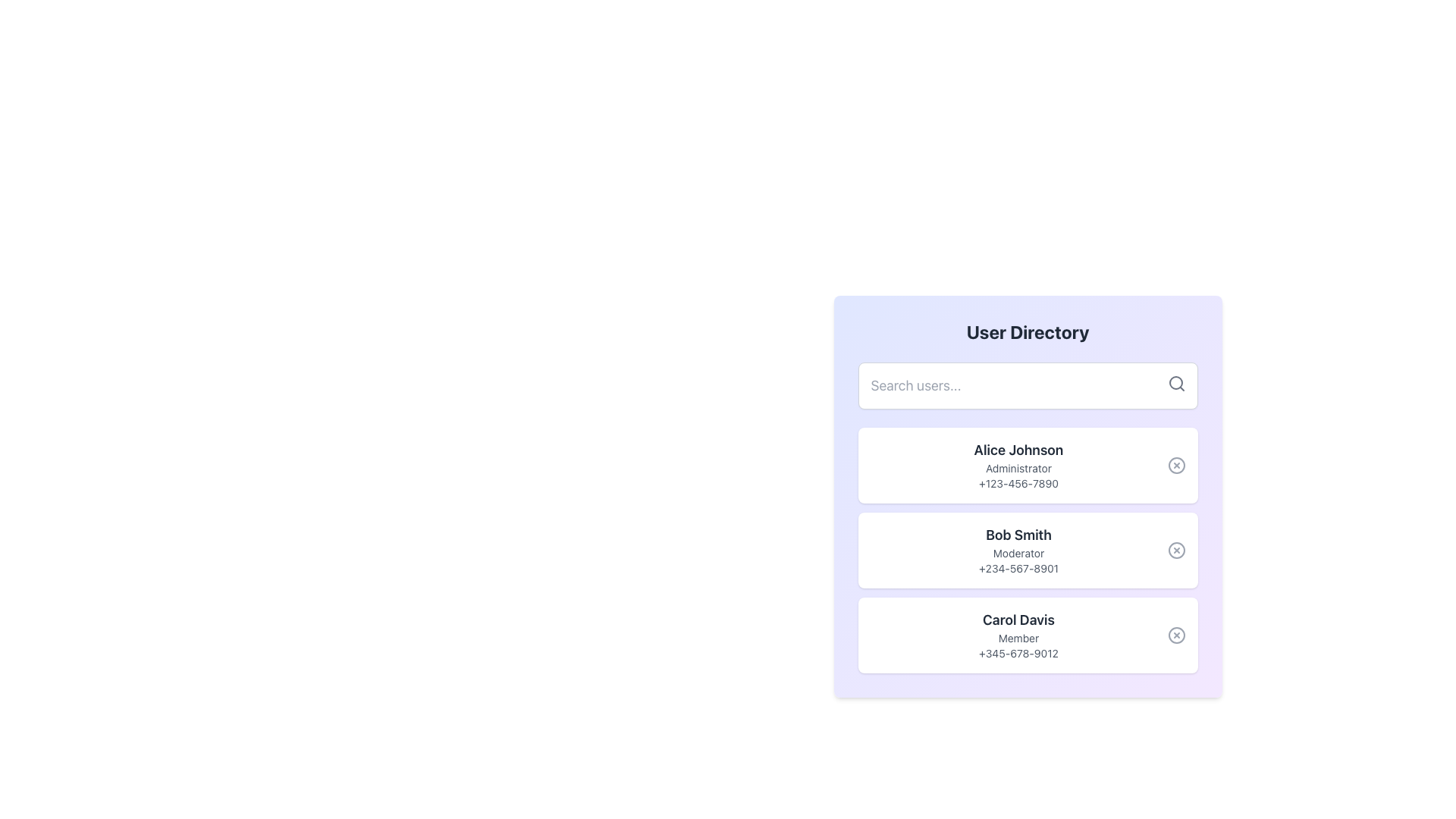 The image size is (1456, 819). What do you see at coordinates (1175, 635) in the screenshot?
I see `the small circle-shaped graphical component representing a removal action within the entry for 'Carol Davis', located in the bottom-right corner of the user list` at bounding box center [1175, 635].